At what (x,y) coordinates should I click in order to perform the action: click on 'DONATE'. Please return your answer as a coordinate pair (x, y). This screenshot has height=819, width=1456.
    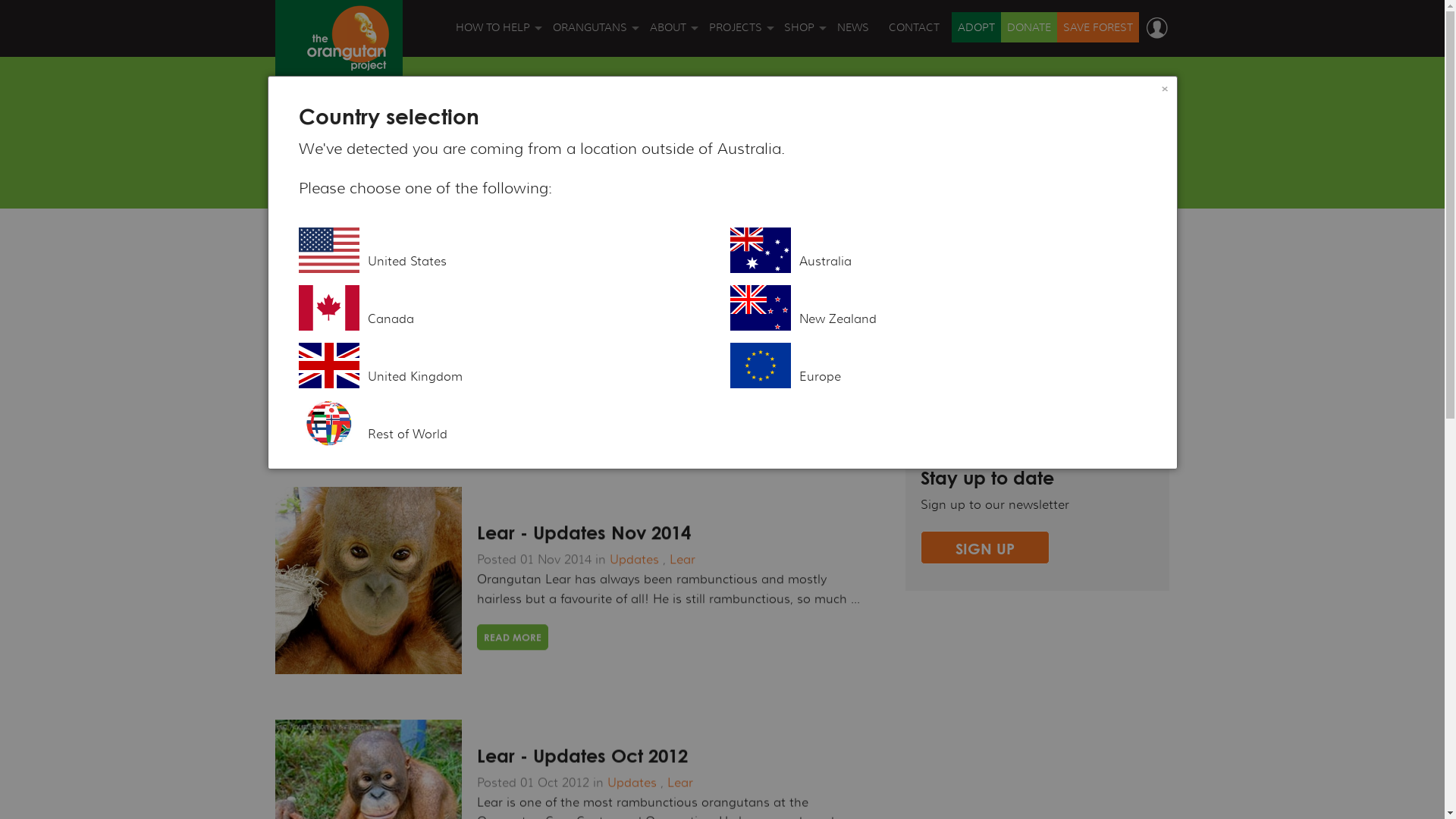
    Looking at the image, I should click on (1029, 27).